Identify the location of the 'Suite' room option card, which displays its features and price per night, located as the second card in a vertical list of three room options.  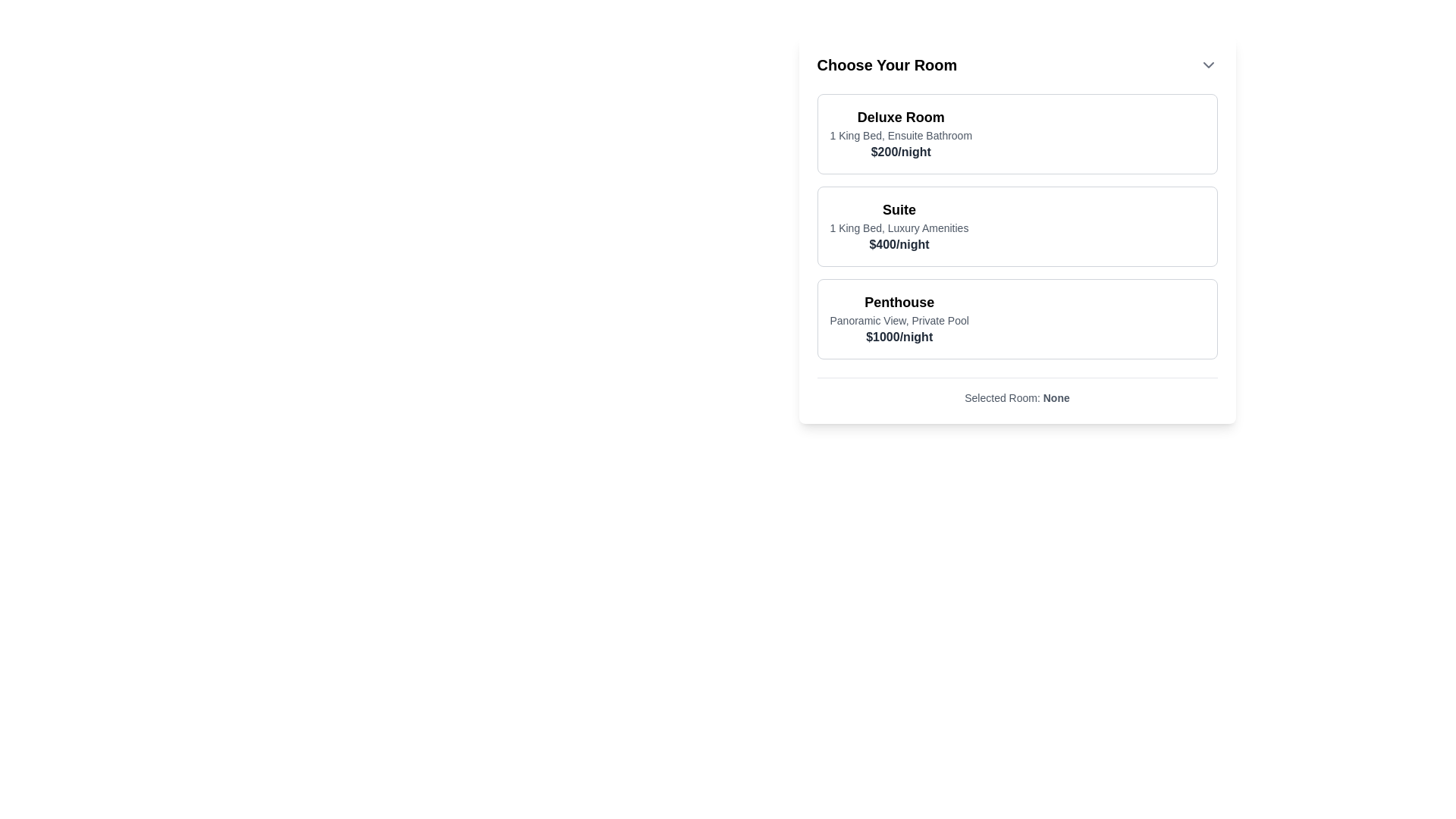
(1017, 227).